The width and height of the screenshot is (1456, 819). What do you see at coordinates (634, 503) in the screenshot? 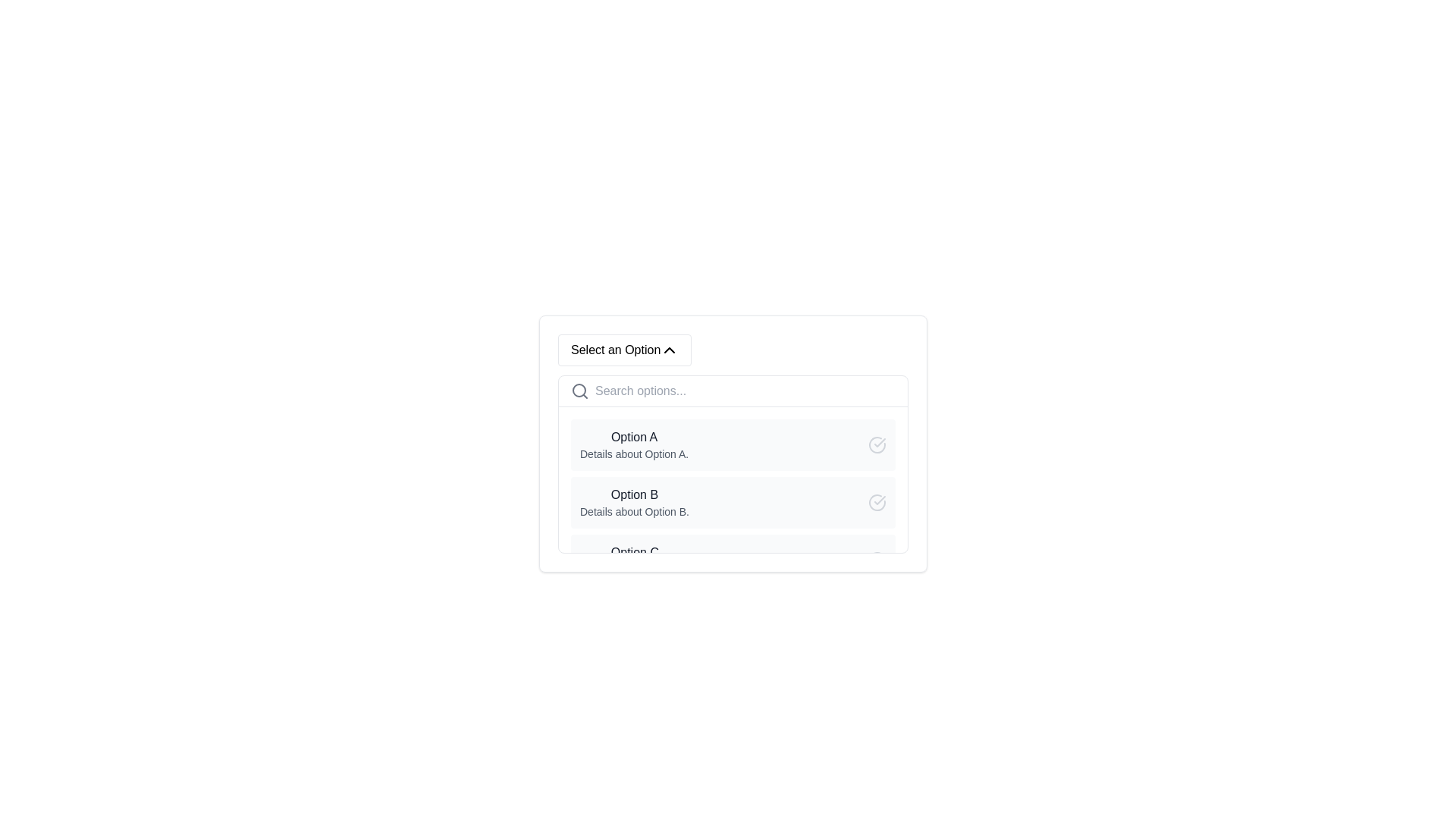
I see `the second item in the selectable list` at bounding box center [634, 503].